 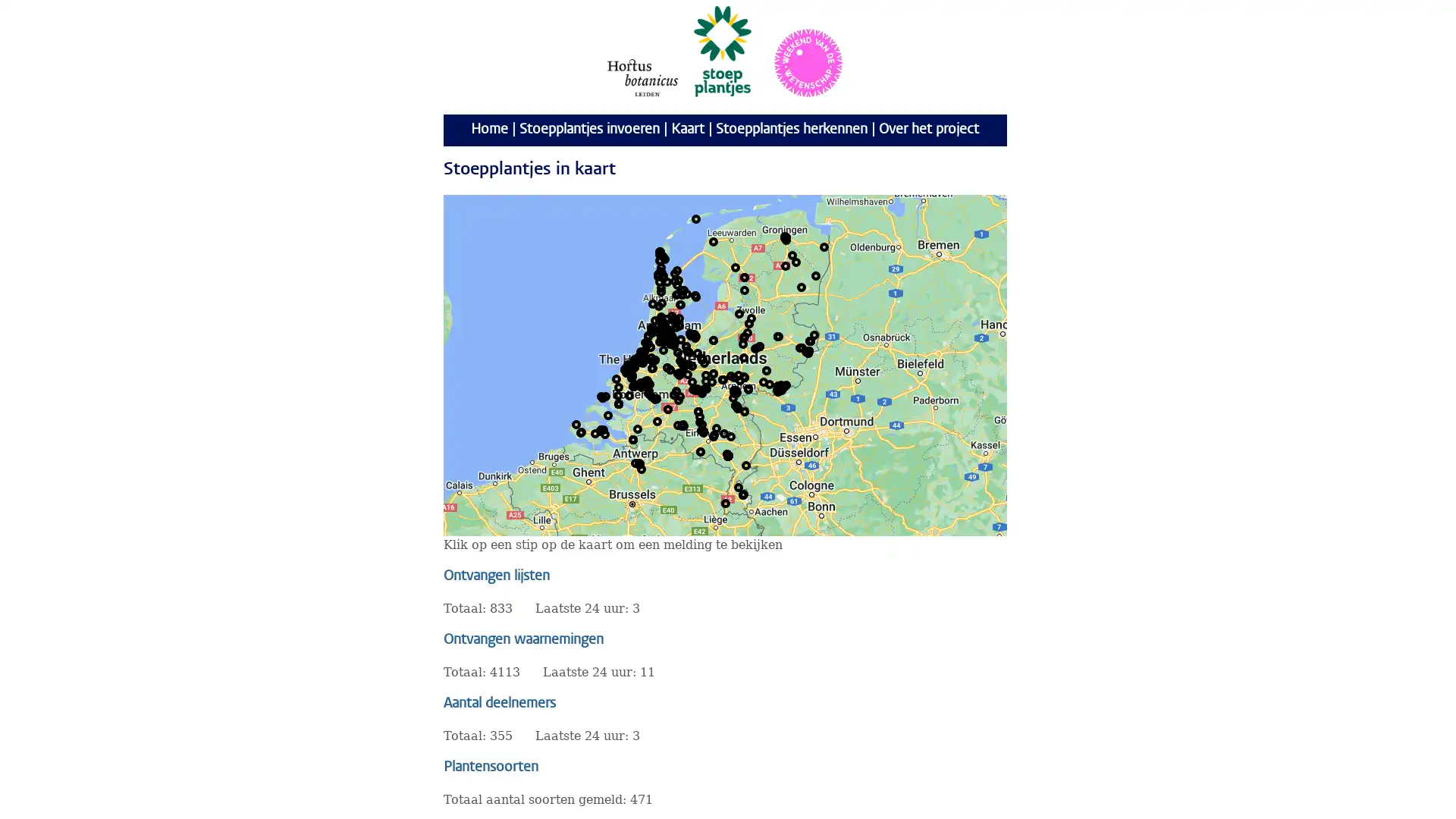 I want to click on Telling van op 21 mei 2022, so click(x=659, y=328).